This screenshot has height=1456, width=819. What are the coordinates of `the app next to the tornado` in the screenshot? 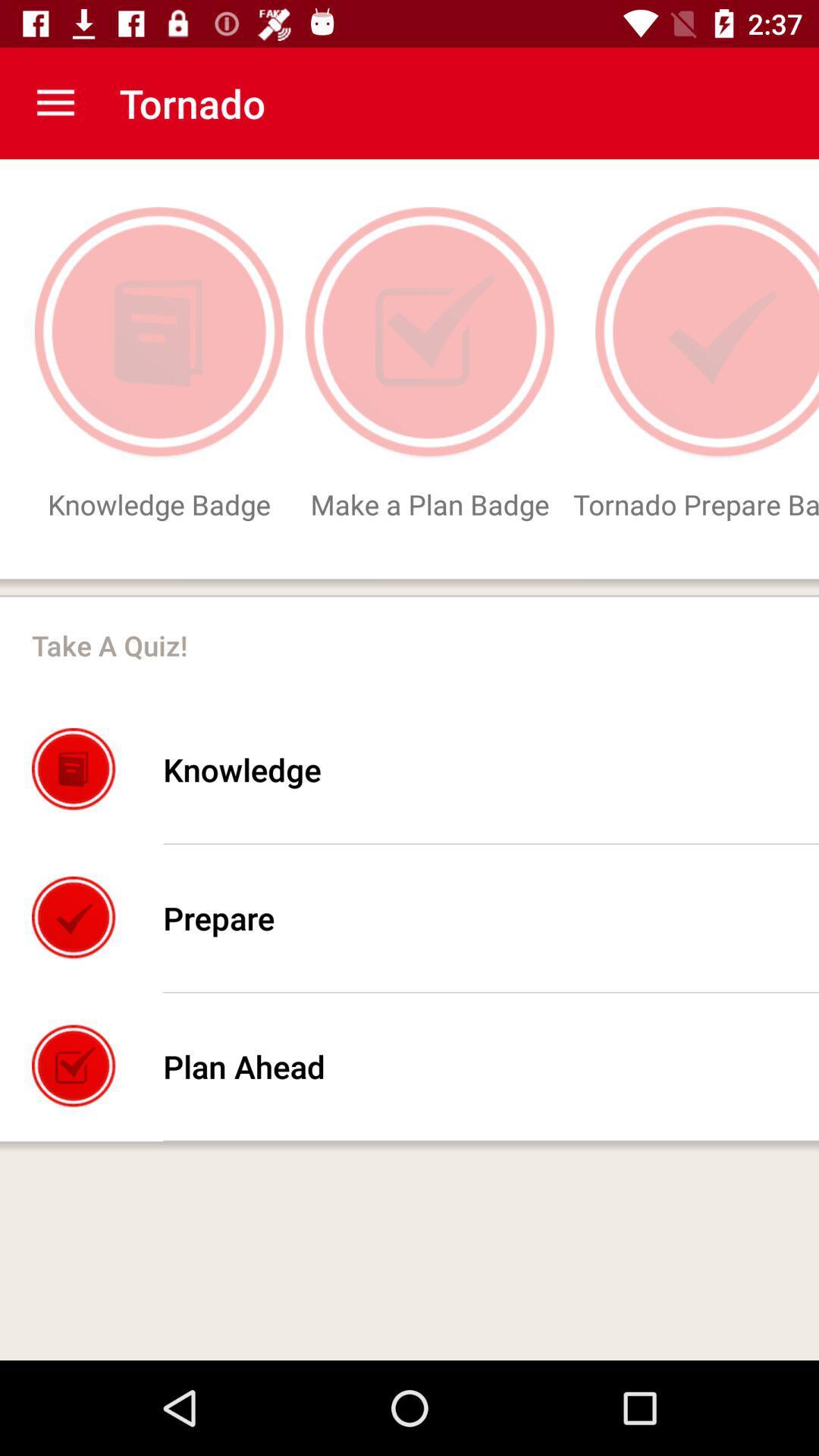 It's located at (55, 102).